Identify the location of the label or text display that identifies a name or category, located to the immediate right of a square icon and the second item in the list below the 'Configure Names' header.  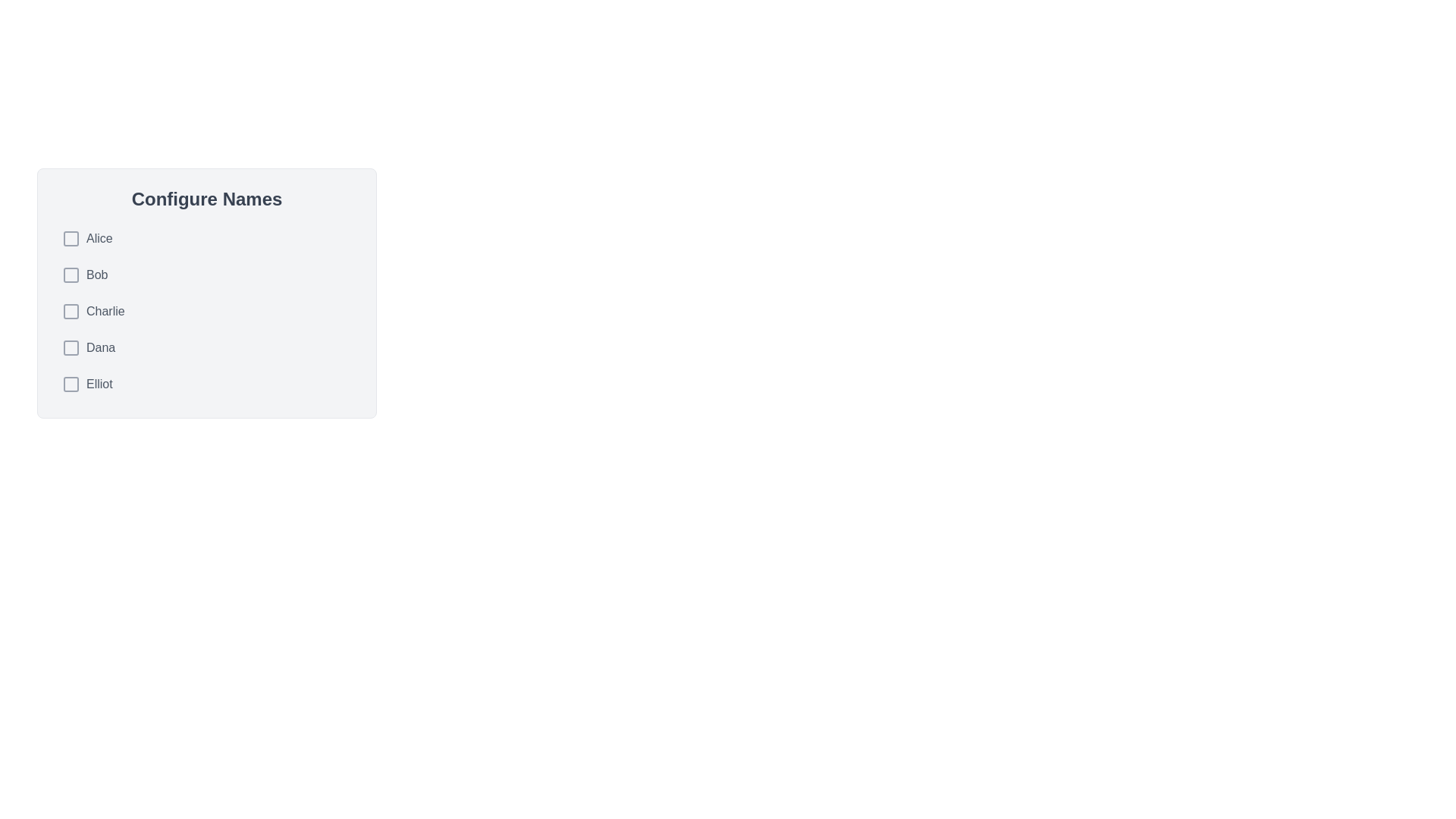
(84, 275).